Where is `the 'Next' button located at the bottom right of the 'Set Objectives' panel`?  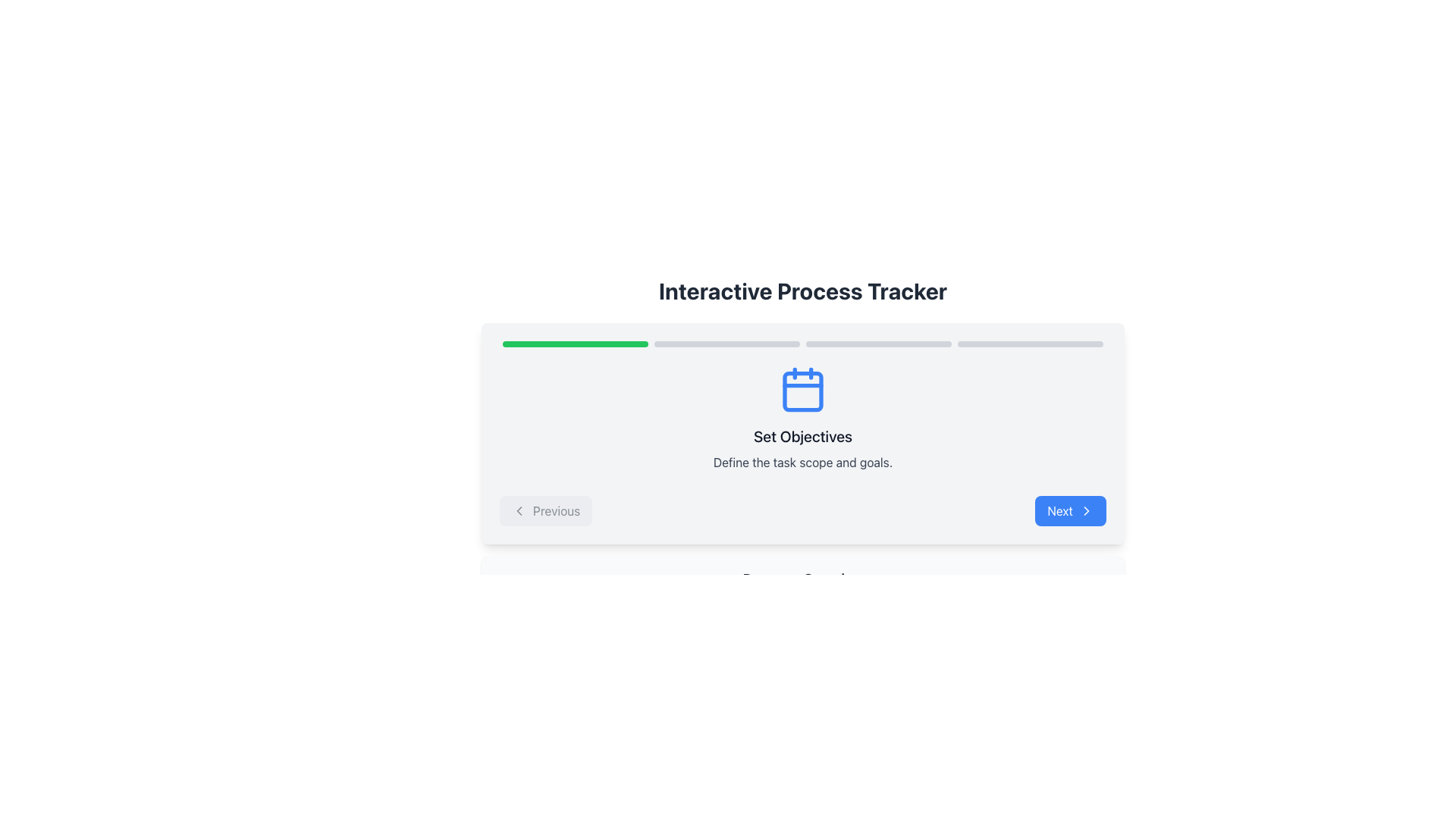 the 'Next' button located at the bottom right of the 'Set Objectives' panel is located at coordinates (1086, 511).